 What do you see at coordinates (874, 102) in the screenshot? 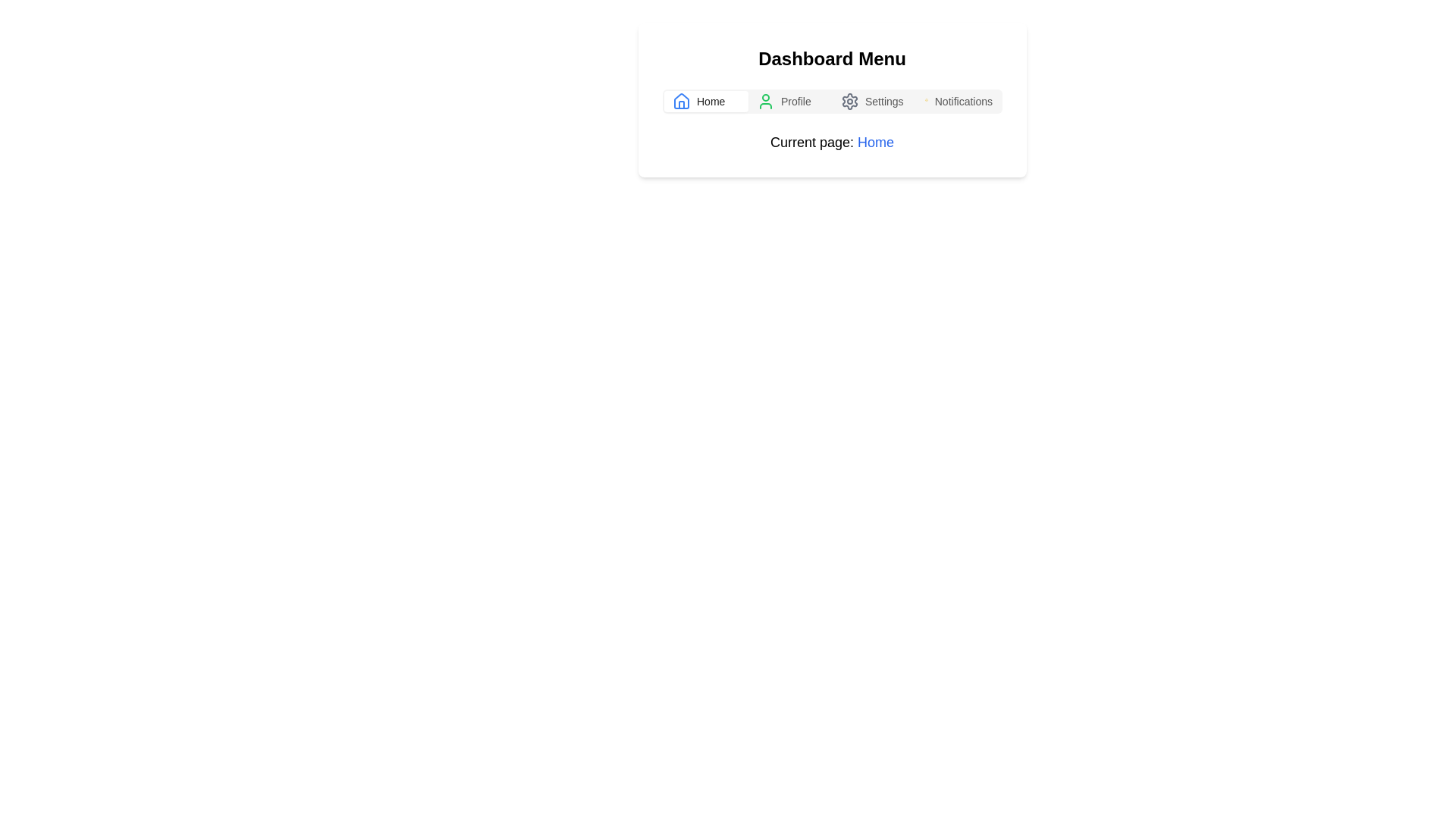
I see `the third item in the horizontal navigation bar labeled 'Settings' beneath 'Dashboard Menu'` at bounding box center [874, 102].